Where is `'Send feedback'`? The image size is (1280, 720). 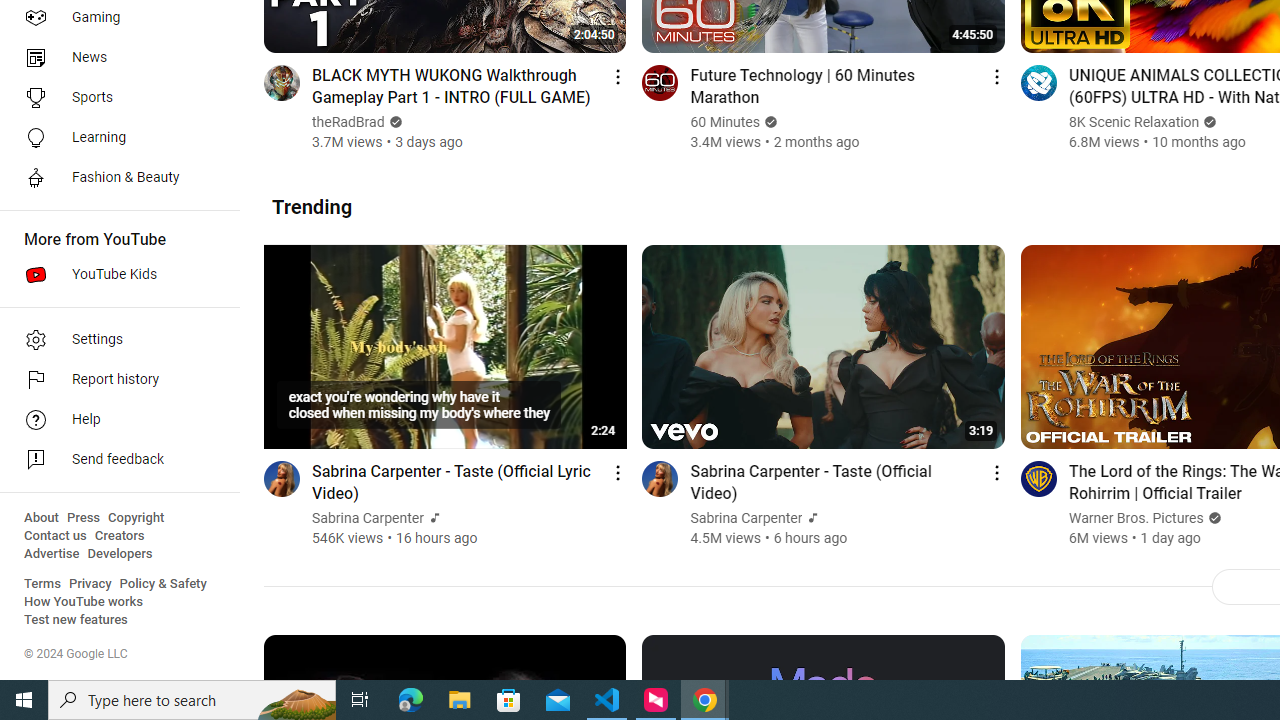
'Send feedback' is located at coordinates (112, 460).